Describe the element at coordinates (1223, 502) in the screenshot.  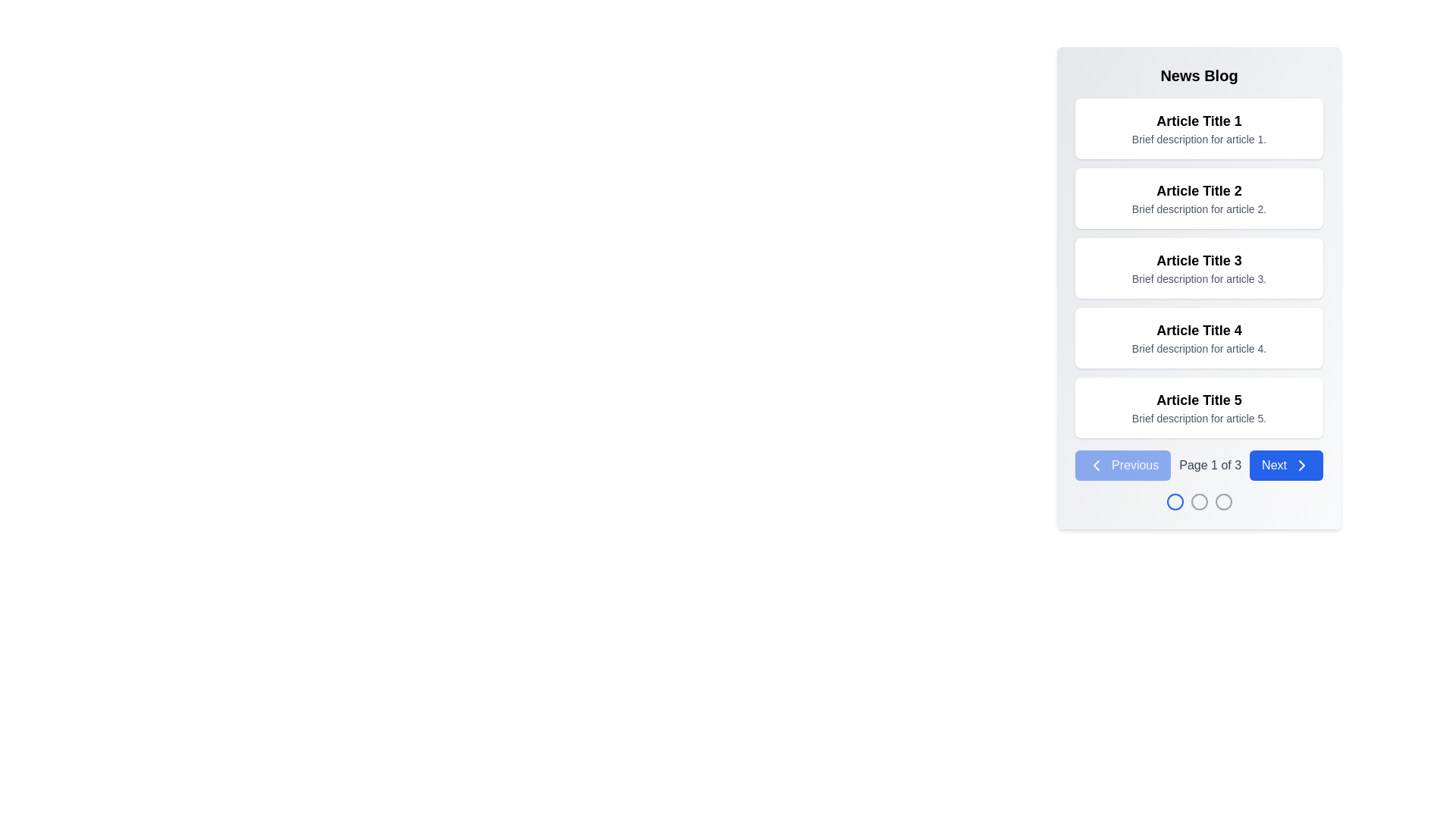
I see `the third circle icon in the pagination section` at that location.